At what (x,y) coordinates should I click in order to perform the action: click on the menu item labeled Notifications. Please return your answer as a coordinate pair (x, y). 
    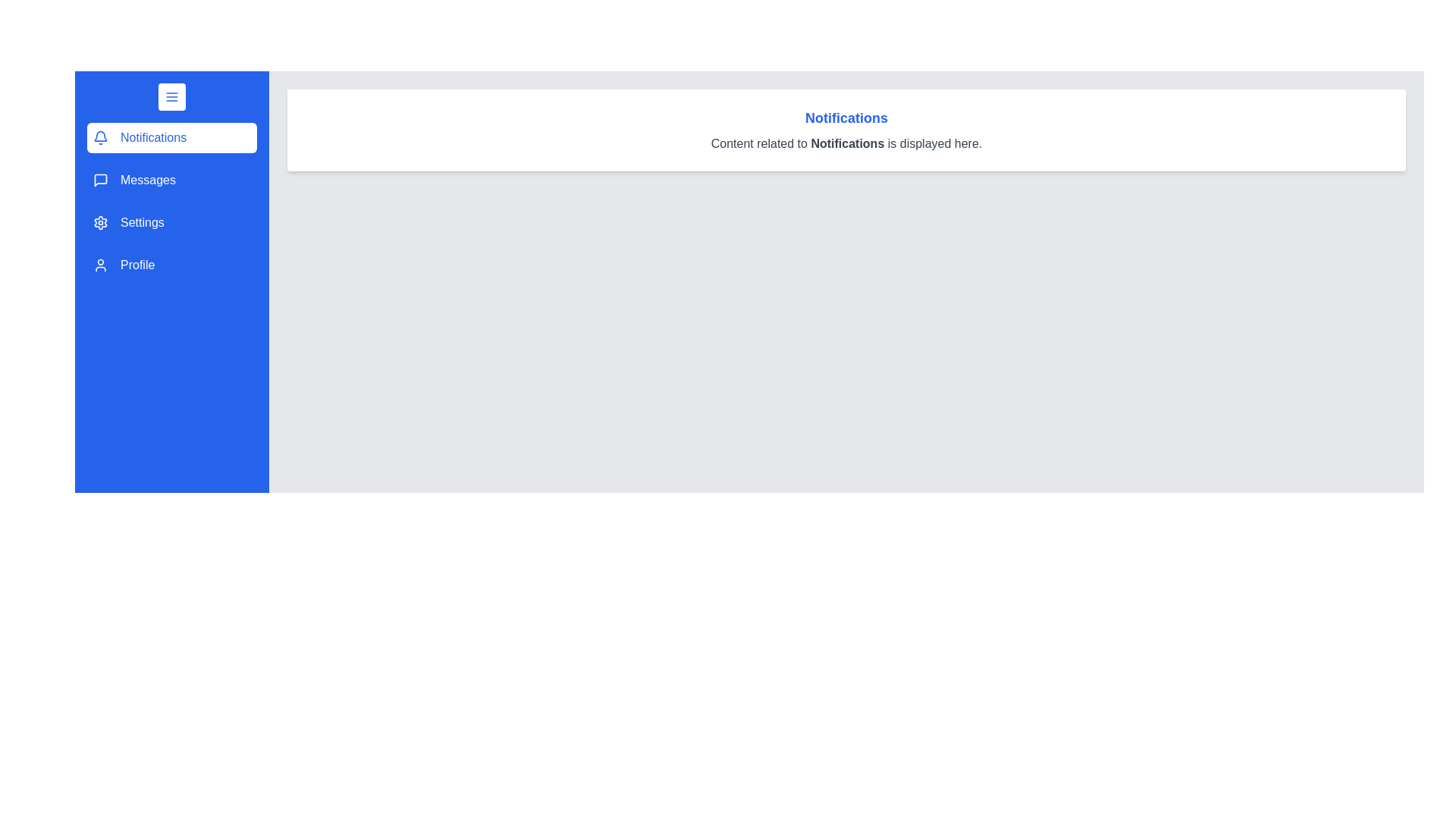
    Looking at the image, I should click on (171, 137).